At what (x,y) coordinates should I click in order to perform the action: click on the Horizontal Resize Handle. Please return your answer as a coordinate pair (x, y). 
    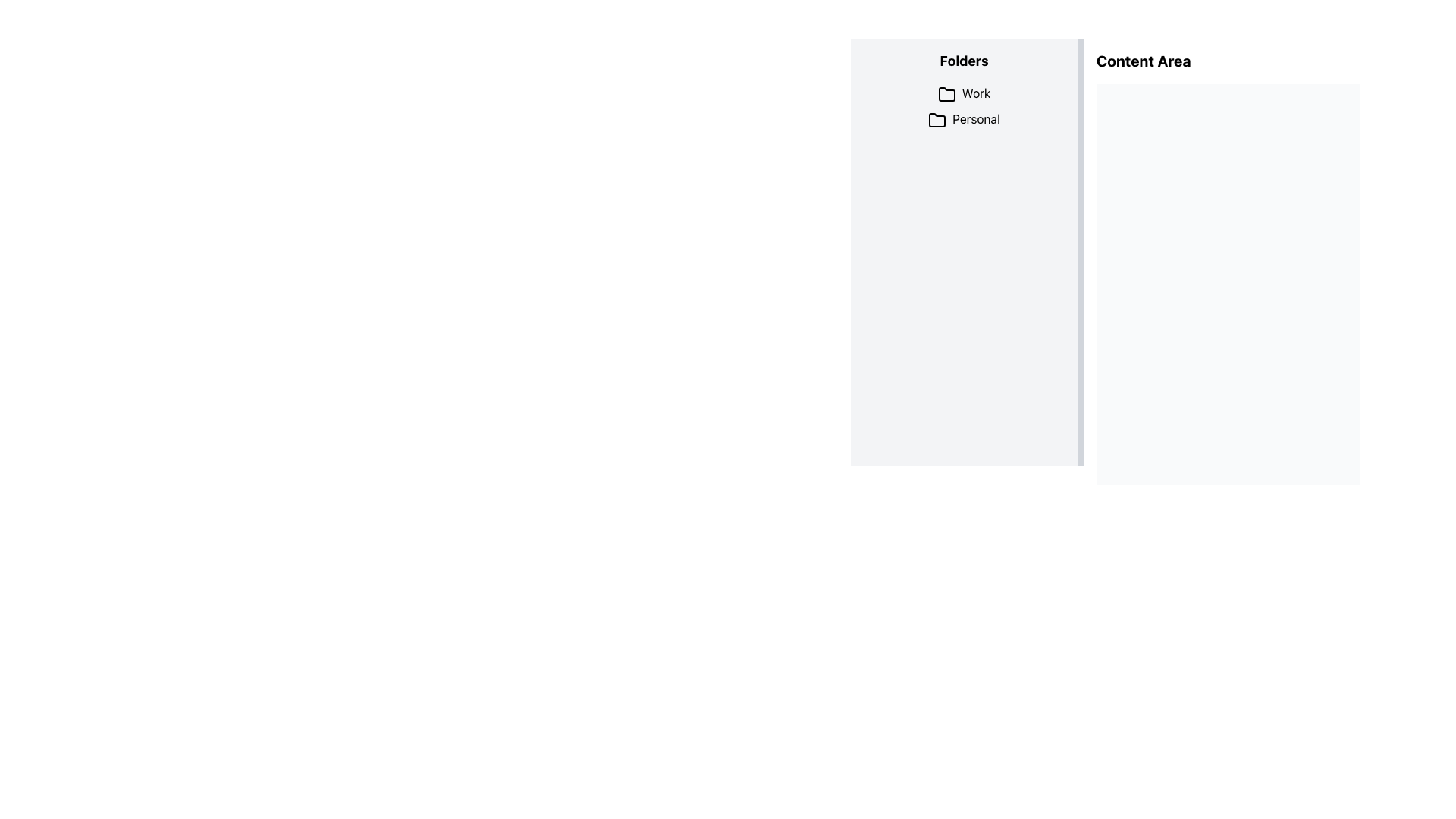
    Looking at the image, I should click on (1080, 251).